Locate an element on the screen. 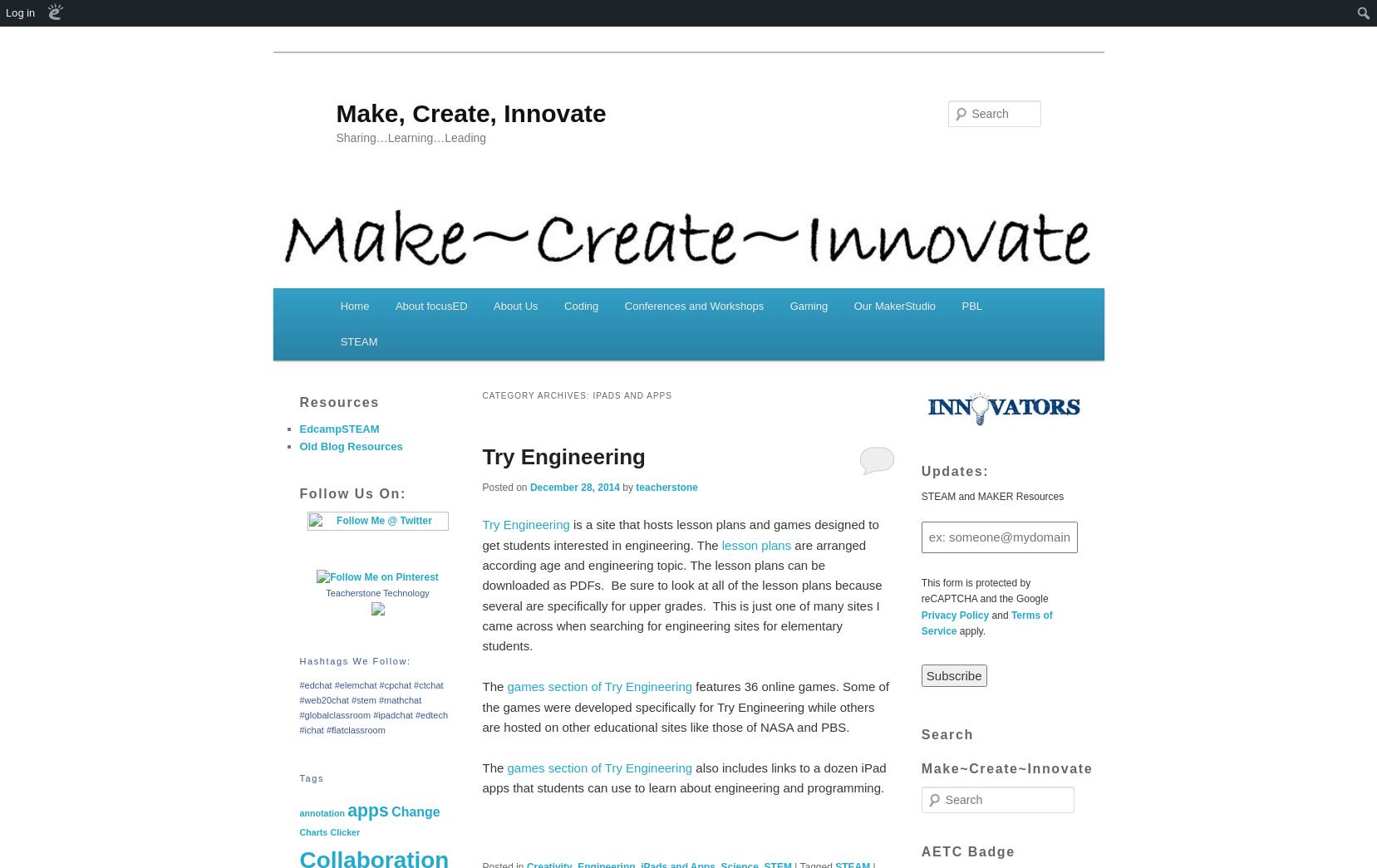 This screenshot has height=868, width=1377. 'Resources' is located at coordinates (337, 401).